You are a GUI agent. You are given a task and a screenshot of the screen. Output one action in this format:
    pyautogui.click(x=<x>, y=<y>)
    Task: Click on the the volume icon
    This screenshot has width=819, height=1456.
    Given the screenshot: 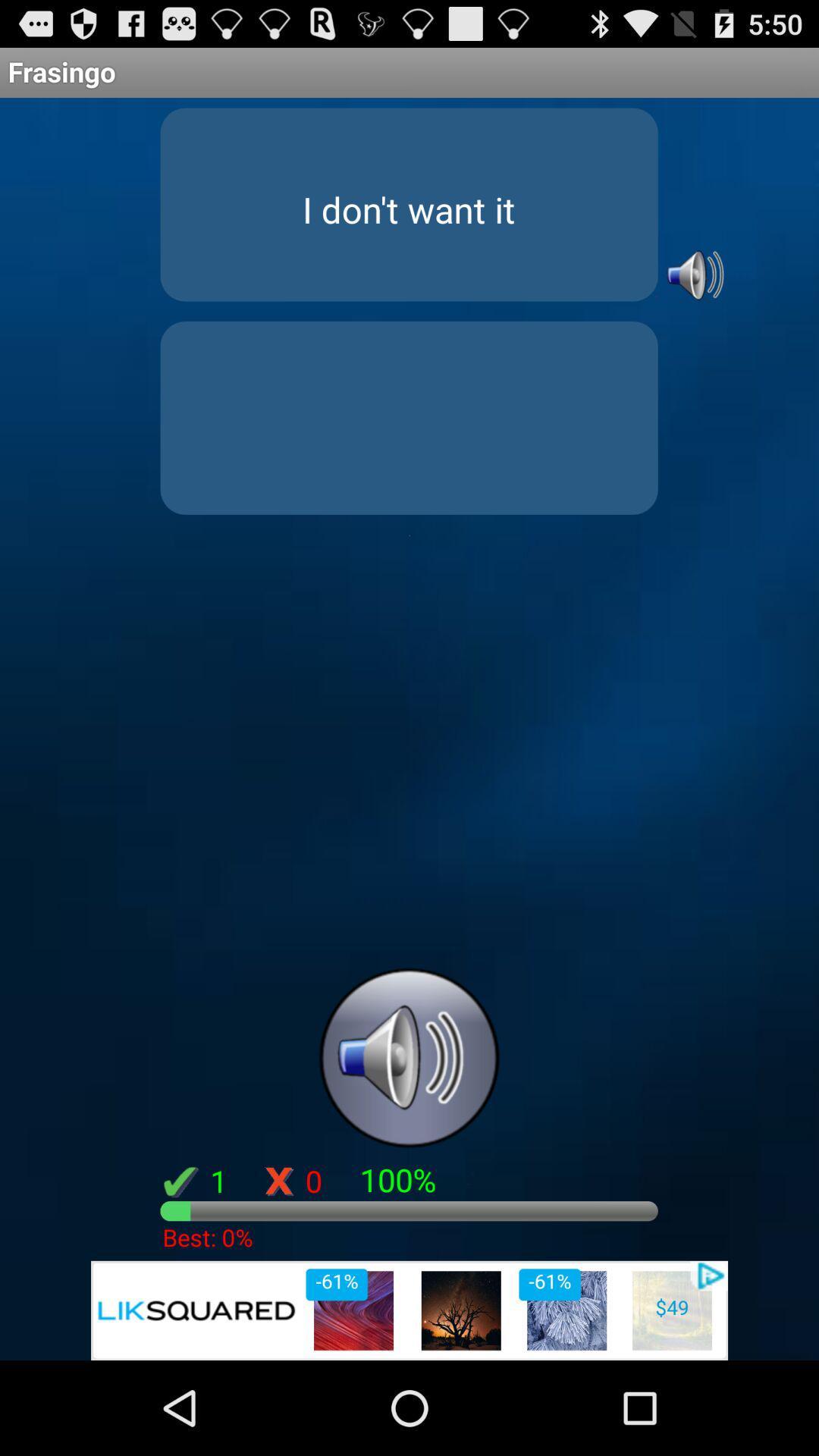 What is the action you would take?
    pyautogui.click(x=693, y=295)
    